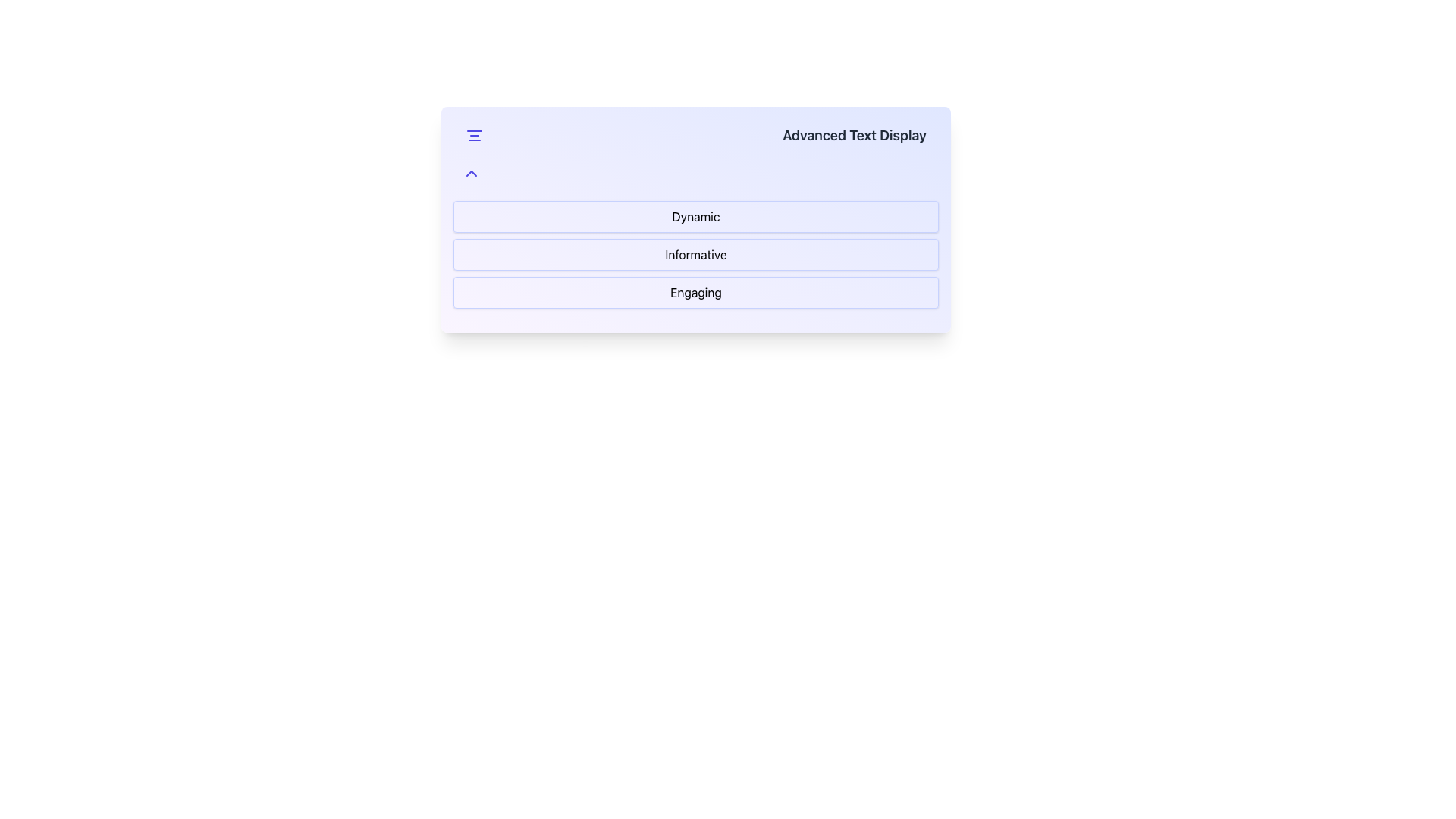 The height and width of the screenshot is (819, 1456). What do you see at coordinates (695, 253) in the screenshot?
I see `the Static Label displaying 'Informative', which is visually distinct with a light background and border, positioned between the 'Dynamic' and 'Engaging' elements` at bounding box center [695, 253].